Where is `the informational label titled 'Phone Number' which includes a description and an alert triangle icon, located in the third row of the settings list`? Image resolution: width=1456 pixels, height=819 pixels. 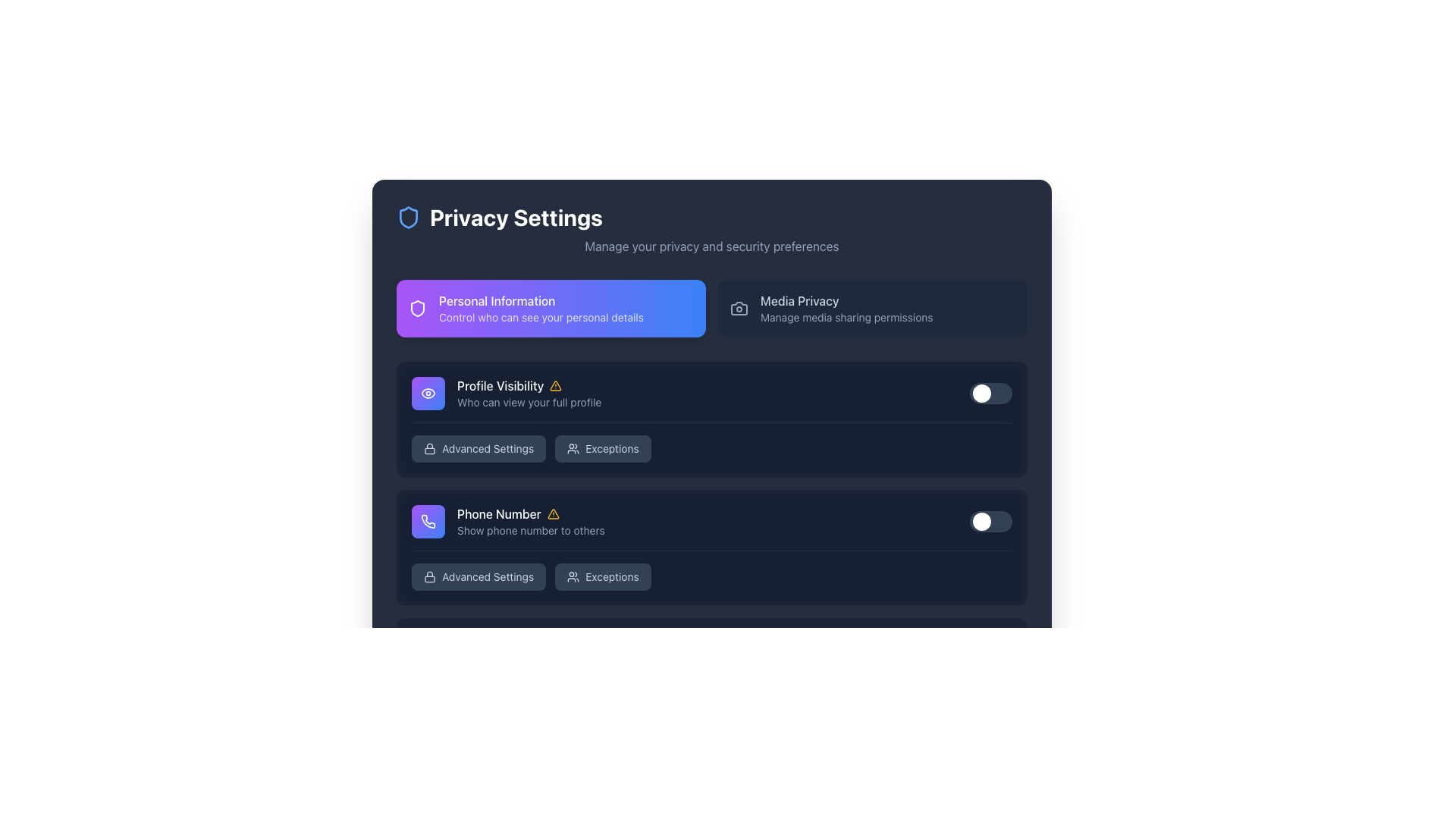
the informational label titled 'Phone Number' which includes a description and an alert triangle icon, located in the third row of the settings list is located at coordinates (531, 520).